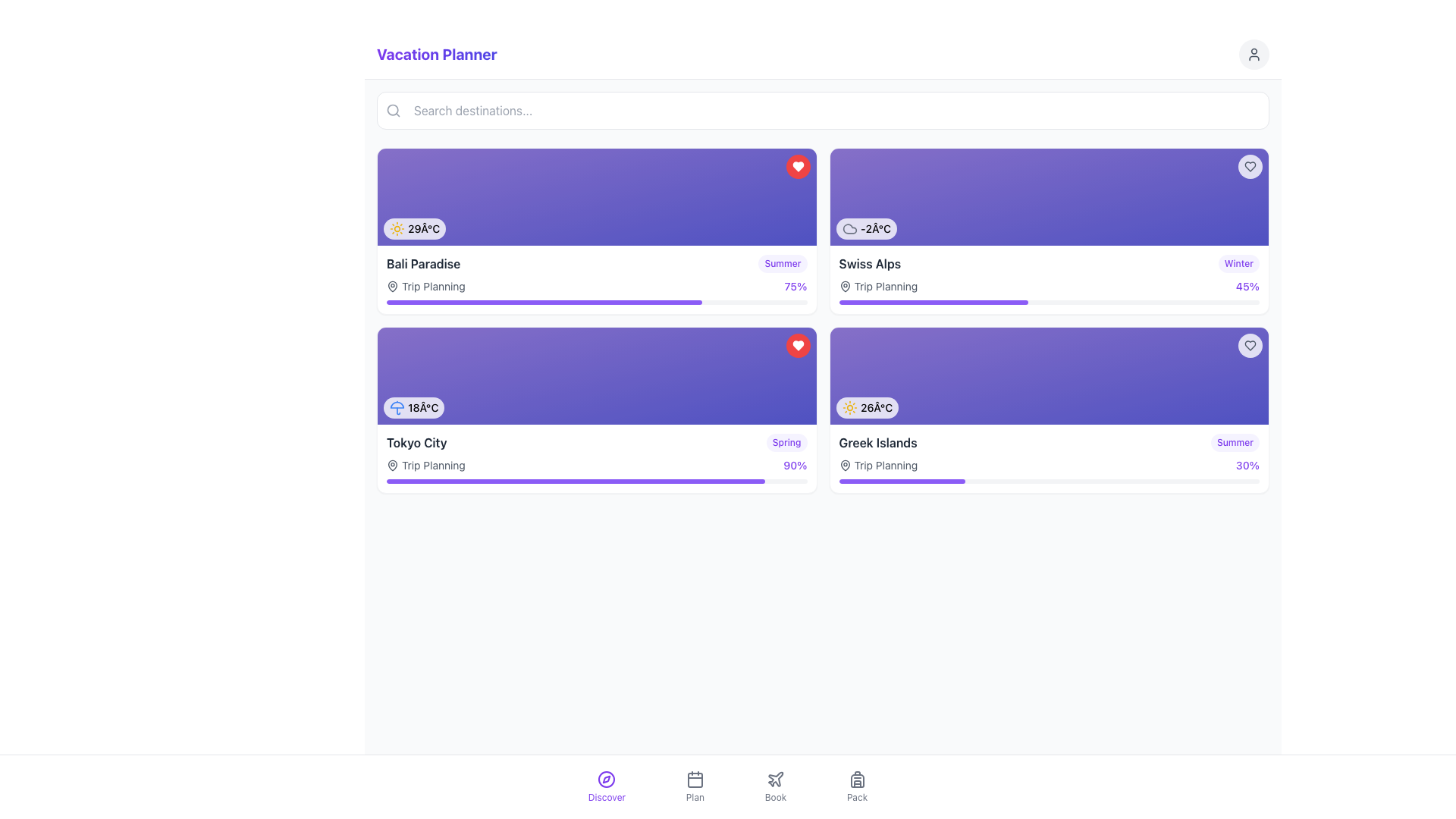 Image resolution: width=1456 pixels, height=819 pixels. I want to click on the progress bar for planning status on the Informational card about Tokyo City, which is located in the bottom-left position of a 2x2 card grid layout, so click(596, 409).